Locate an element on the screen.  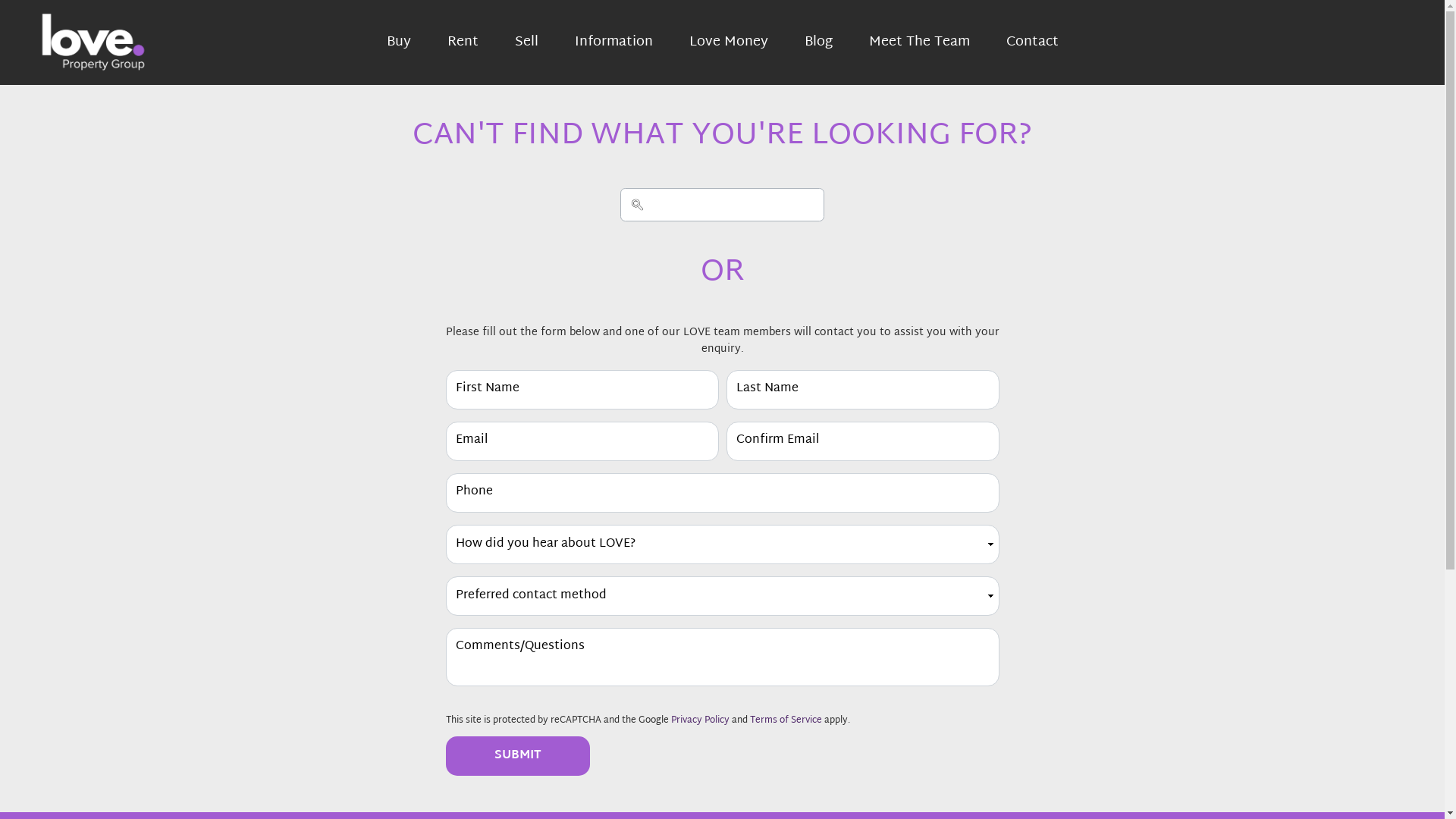
'Sell' is located at coordinates (526, 42).